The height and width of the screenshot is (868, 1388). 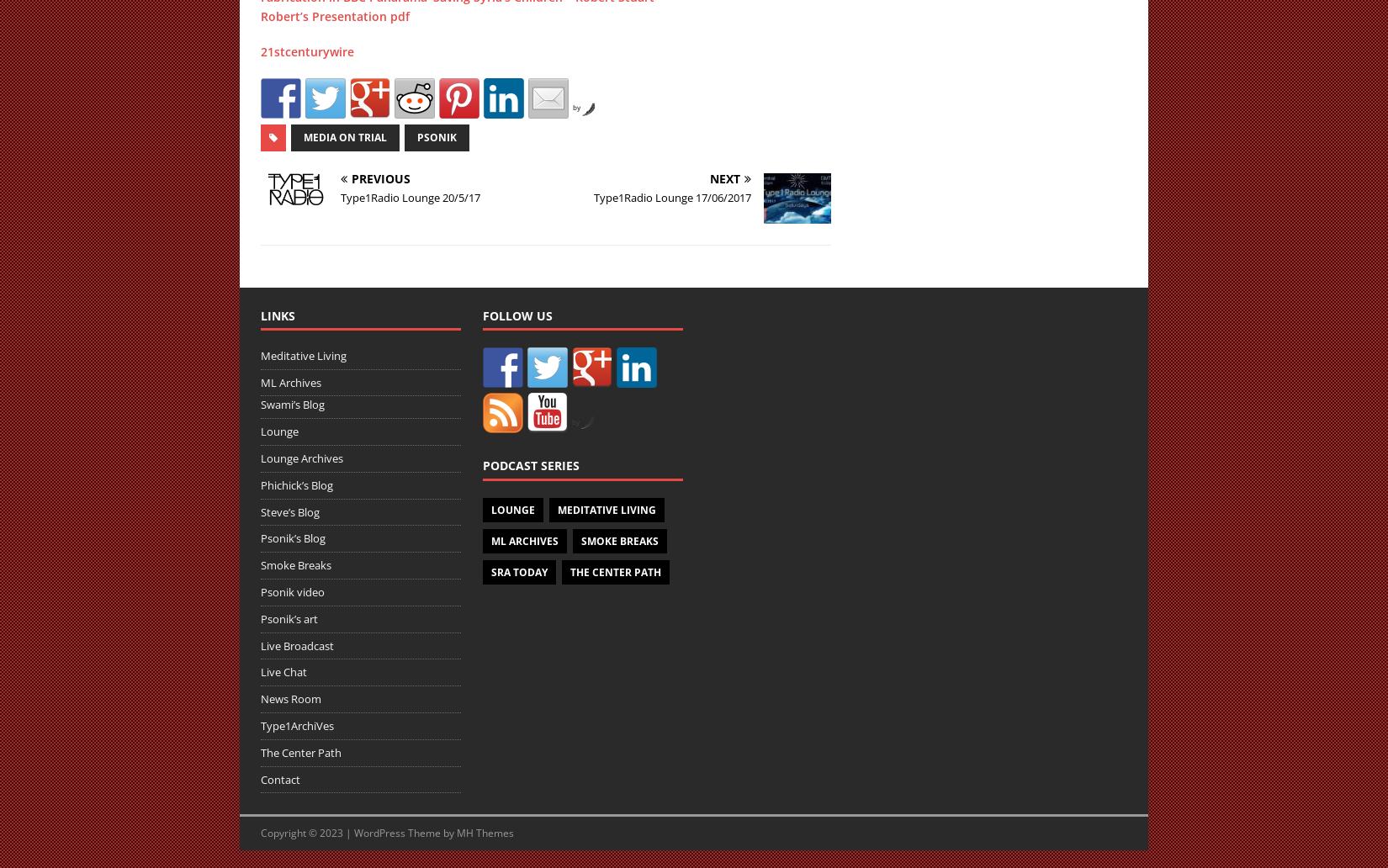 I want to click on 'Type1Radio Lounge 17/06/2017', so click(x=593, y=195).